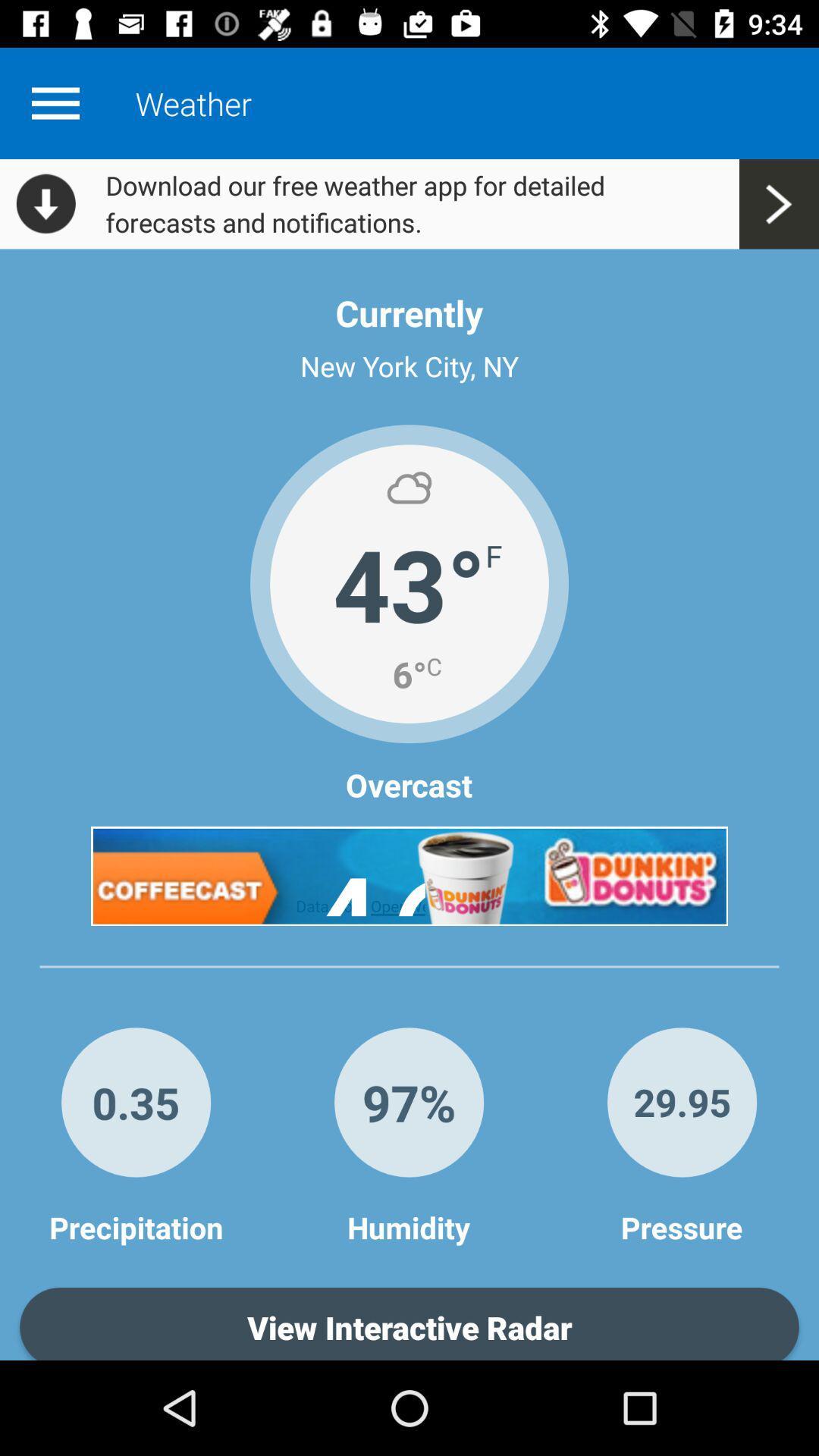 This screenshot has height=1456, width=819. I want to click on display options, so click(55, 102).